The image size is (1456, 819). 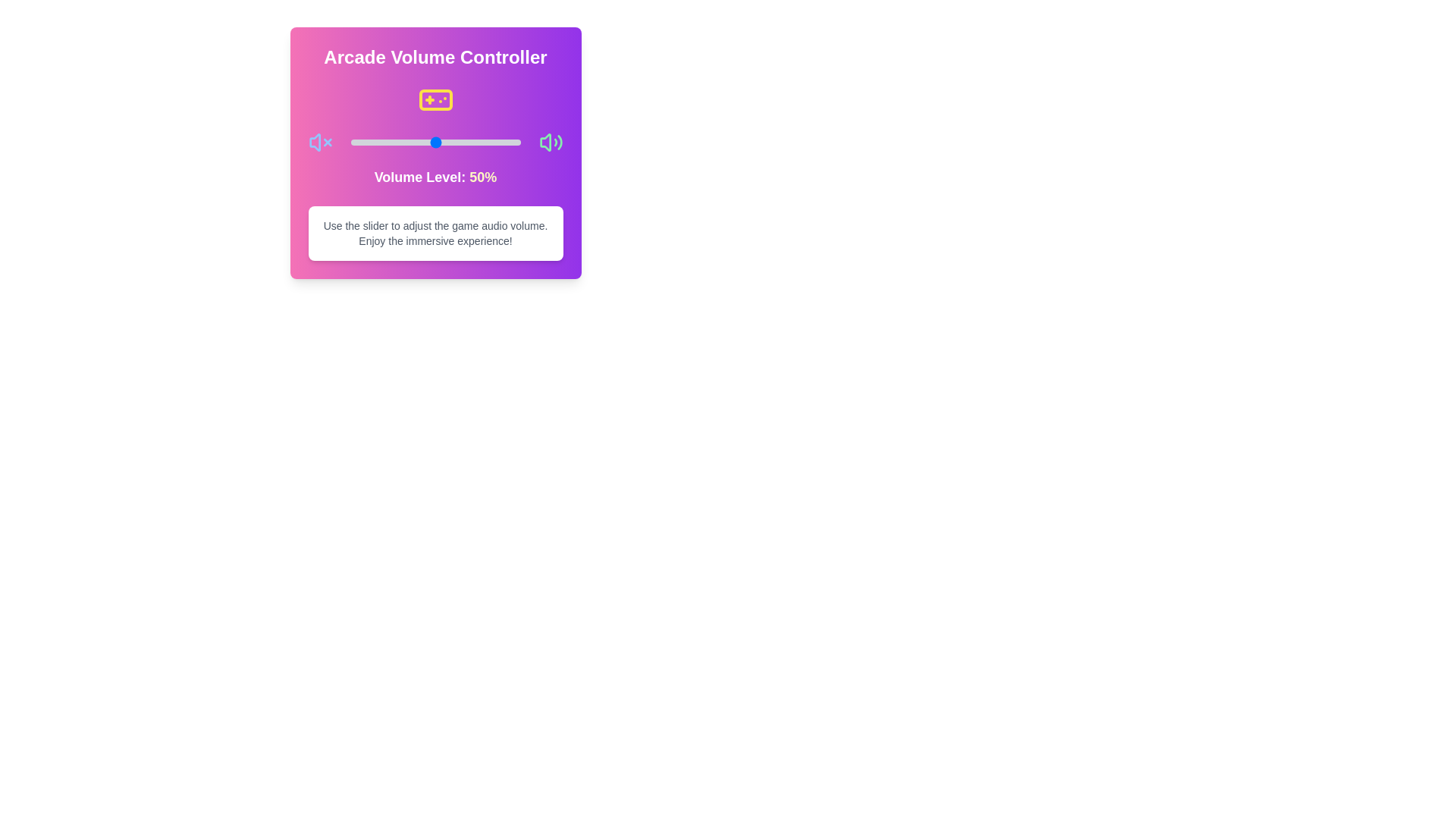 What do you see at coordinates (436, 143) in the screenshot?
I see `the volume to 51% by dragging the slider` at bounding box center [436, 143].